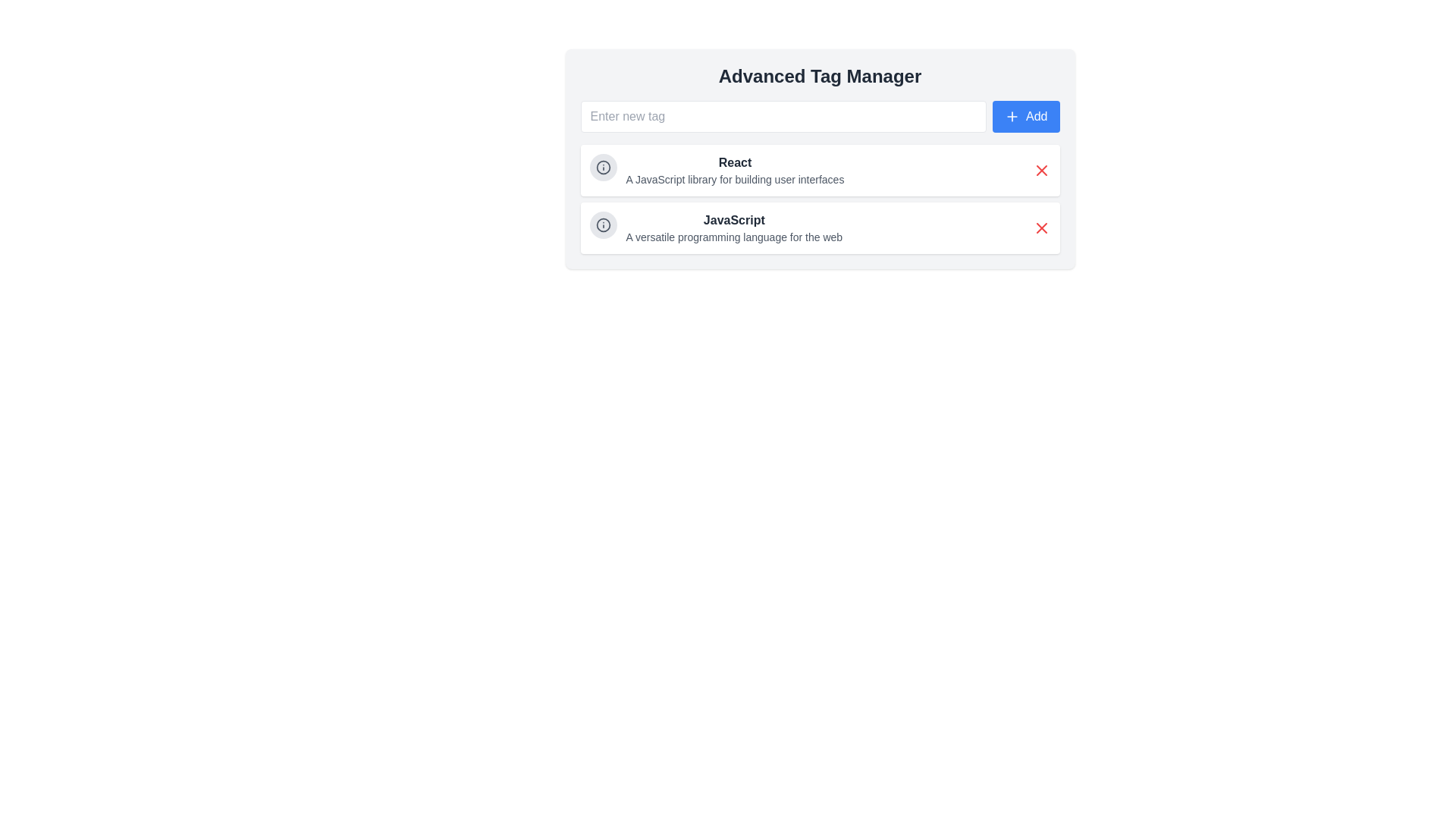 The image size is (1456, 819). Describe the element at coordinates (1012, 116) in the screenshot. I see `the 'Add' button by clicking on its icon, which serves as a visual indicator for adding a new item or tag` at that location.